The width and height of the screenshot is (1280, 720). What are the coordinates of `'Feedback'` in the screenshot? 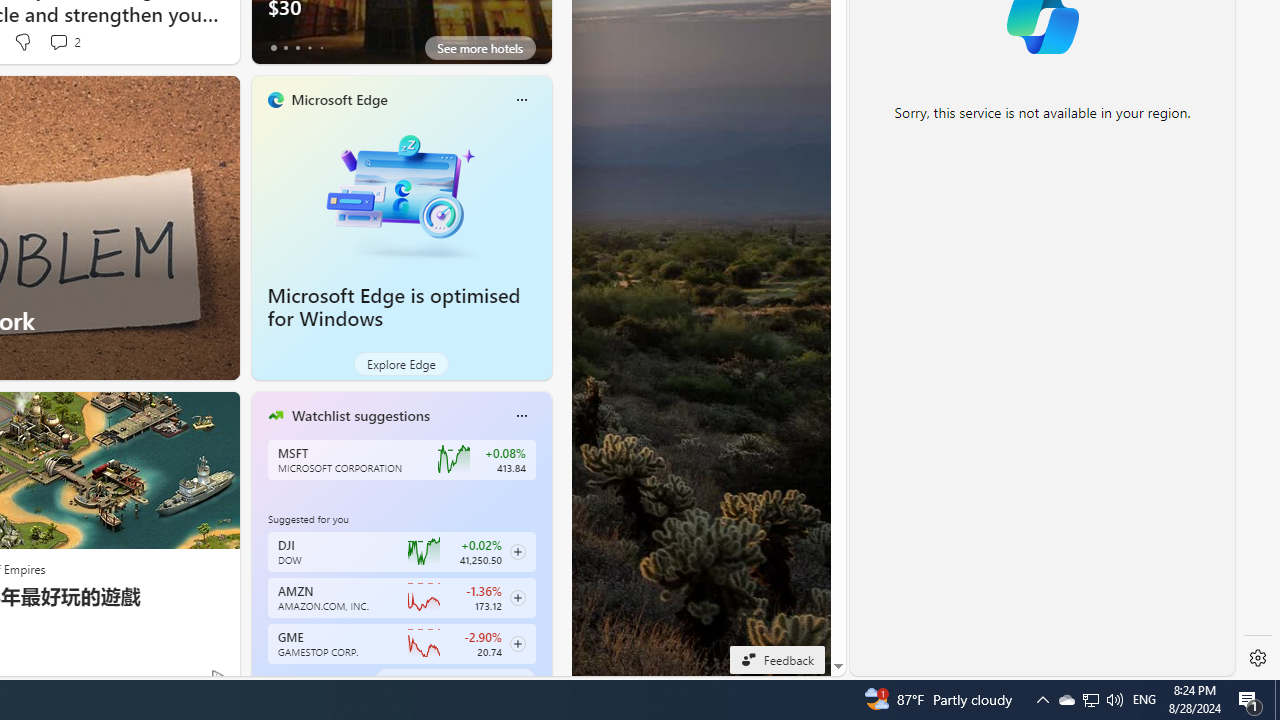 It's located at (776, 659).